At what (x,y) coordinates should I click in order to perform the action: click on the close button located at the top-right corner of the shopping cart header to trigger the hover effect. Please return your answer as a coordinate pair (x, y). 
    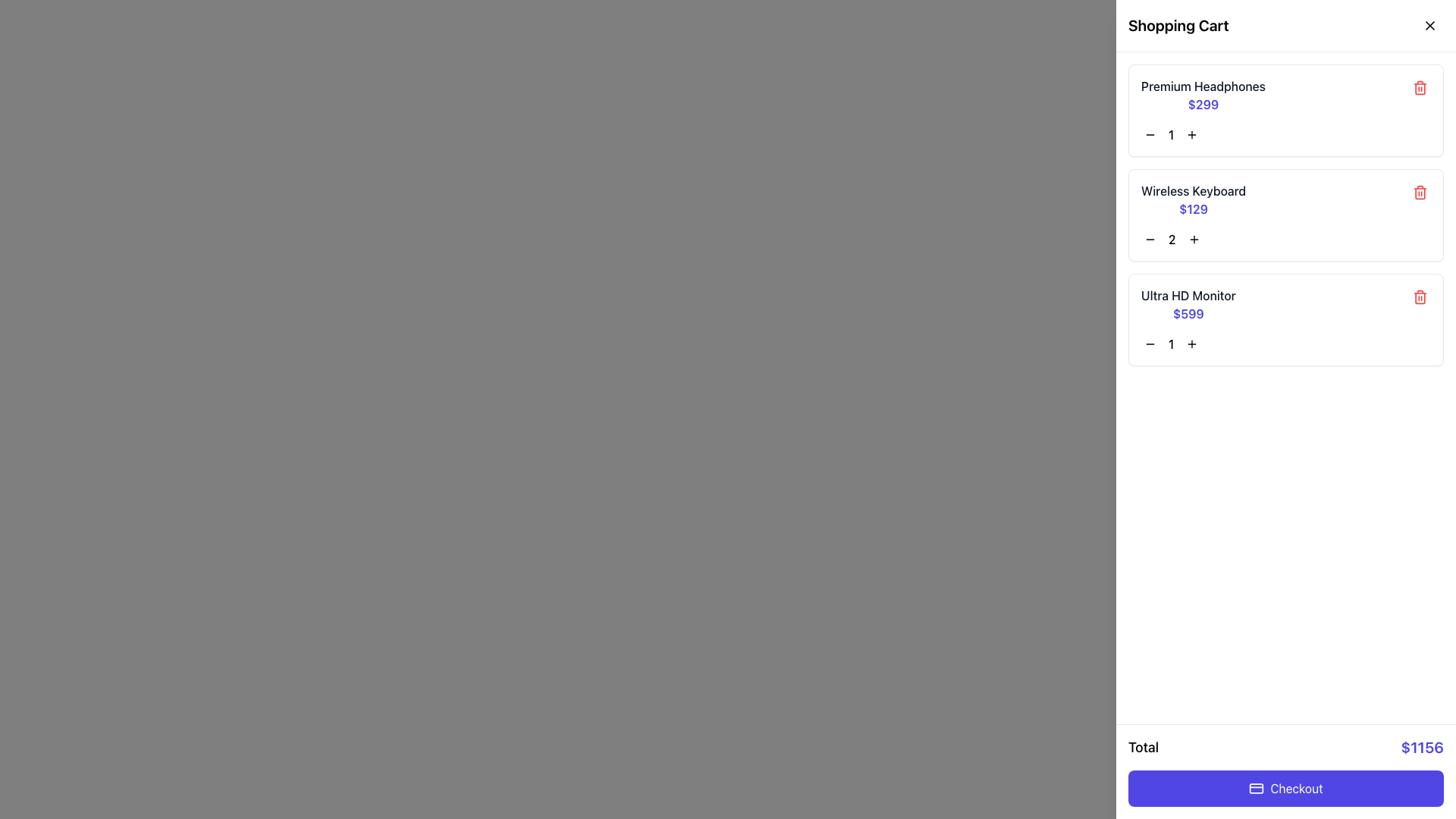
    Looking at the image, I should click on (1429, 26).